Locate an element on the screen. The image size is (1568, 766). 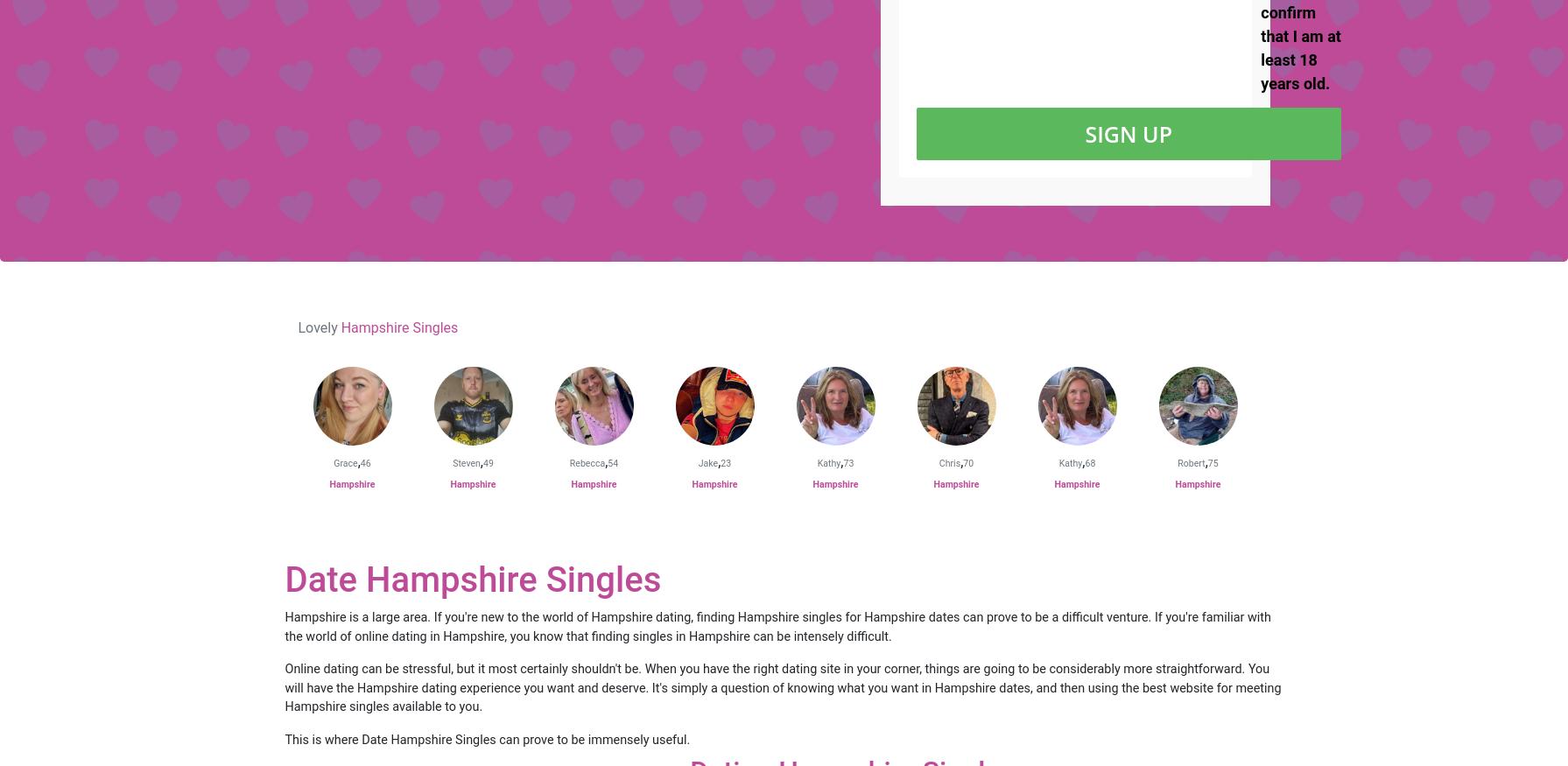
'Jake' is located at coordinates (707, 462).